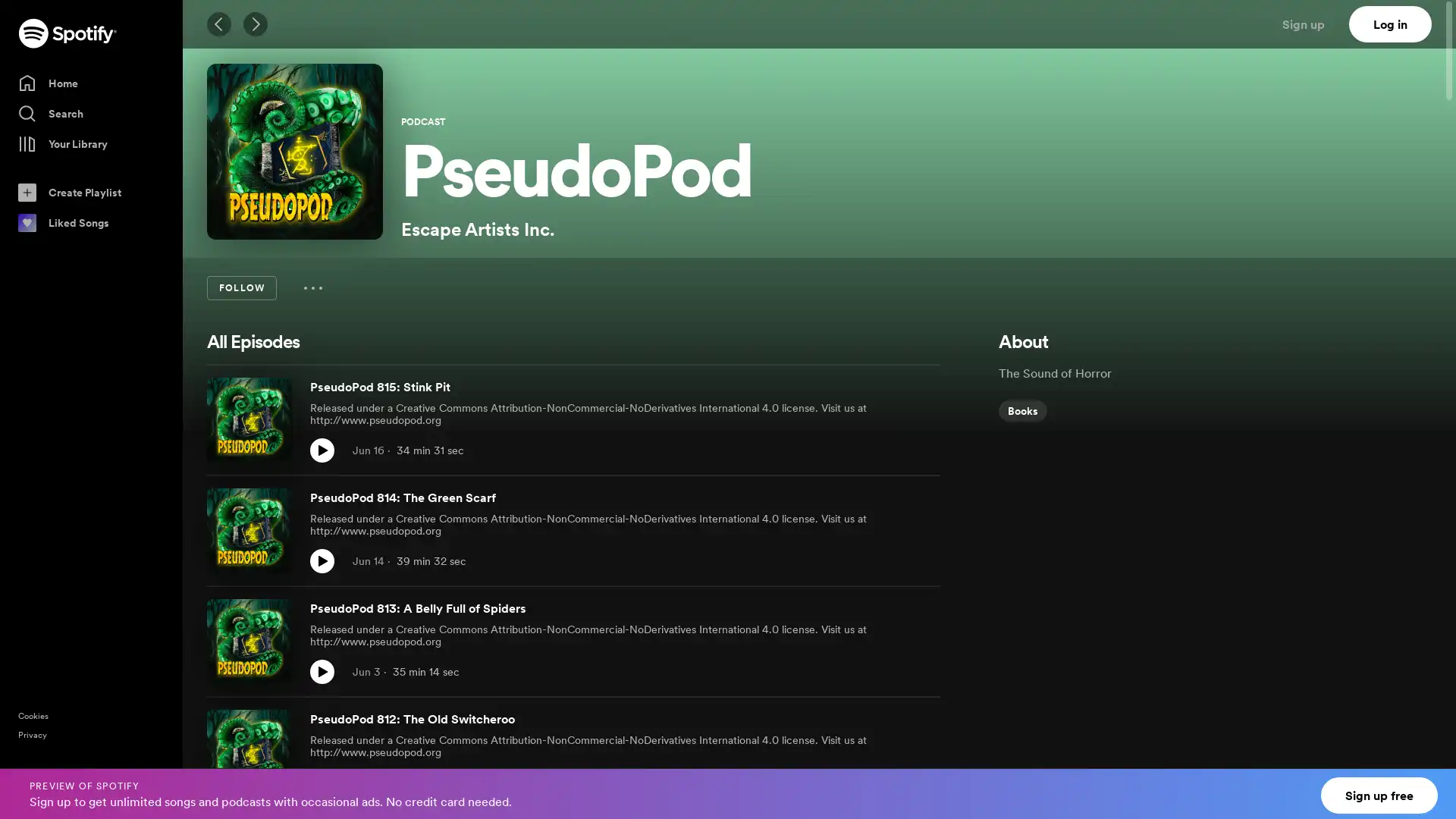  Describe the element at coordinates (240, 288) in the screenshot. I see `FOLLOW` at that location.